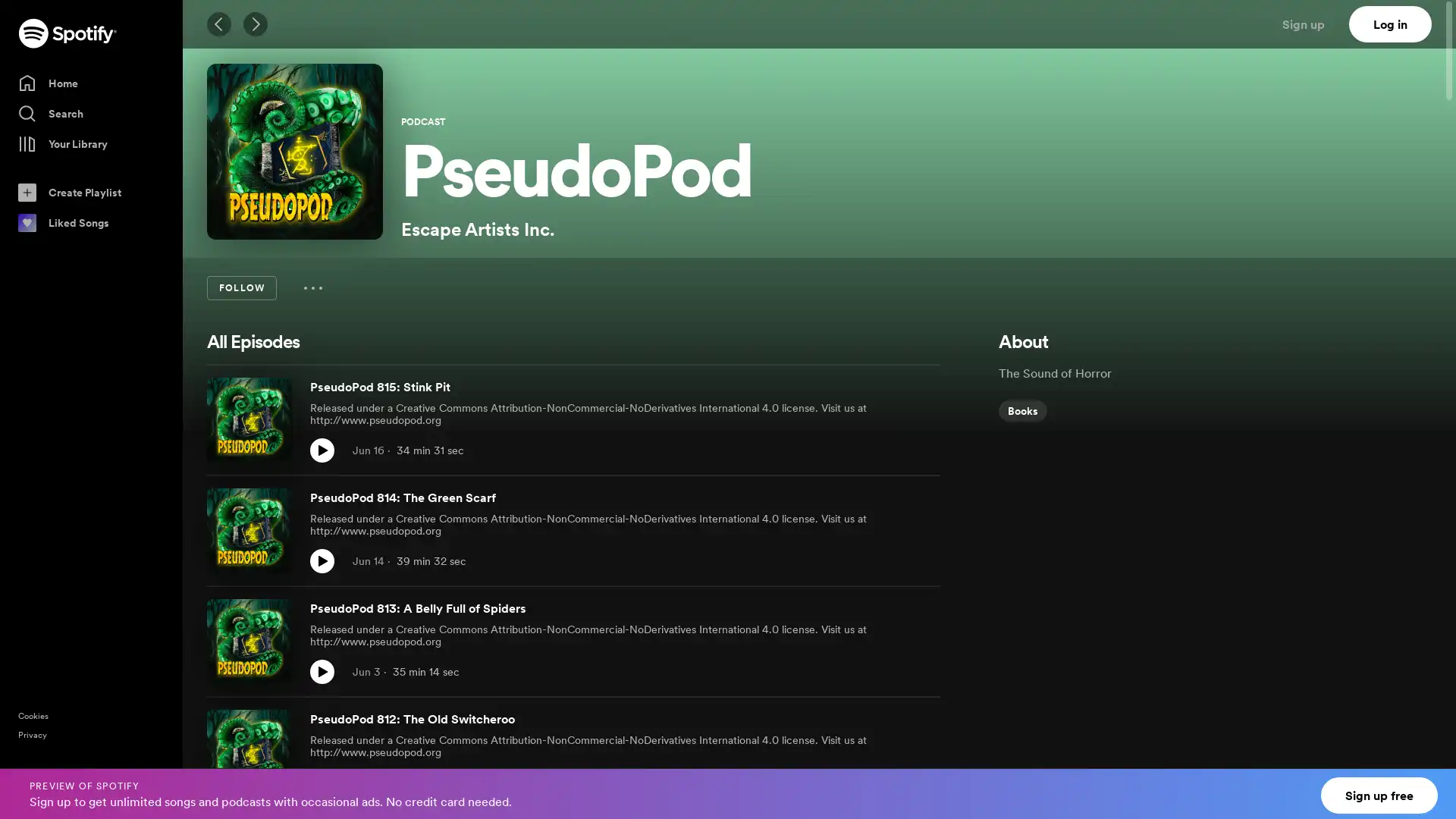  Describe the element at coordinates (240, 288) in the screenshot. I see `FOLLOW` at that location.